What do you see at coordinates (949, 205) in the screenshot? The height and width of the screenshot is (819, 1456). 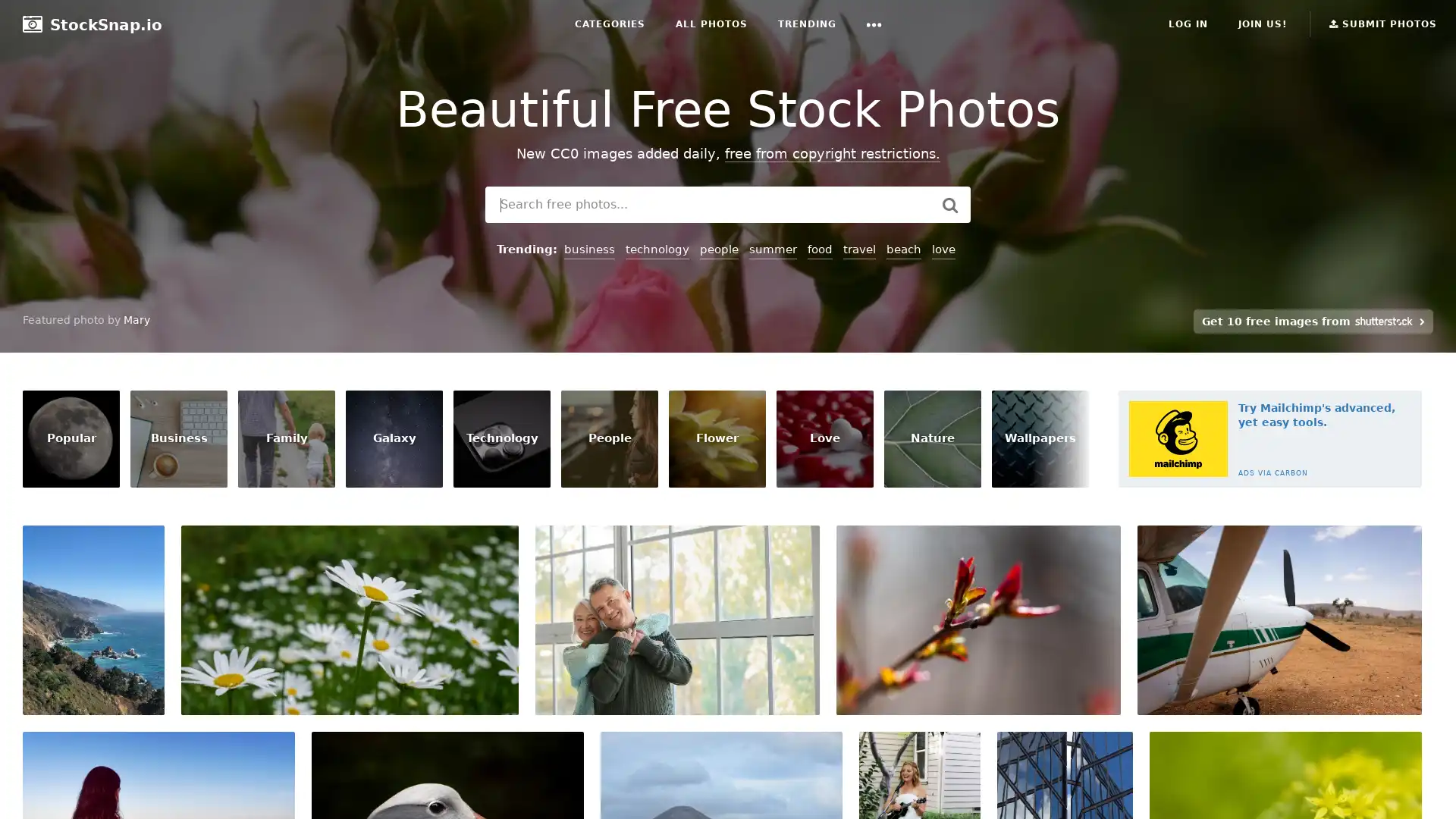 I see `Search` at bounding box center [949, 205].